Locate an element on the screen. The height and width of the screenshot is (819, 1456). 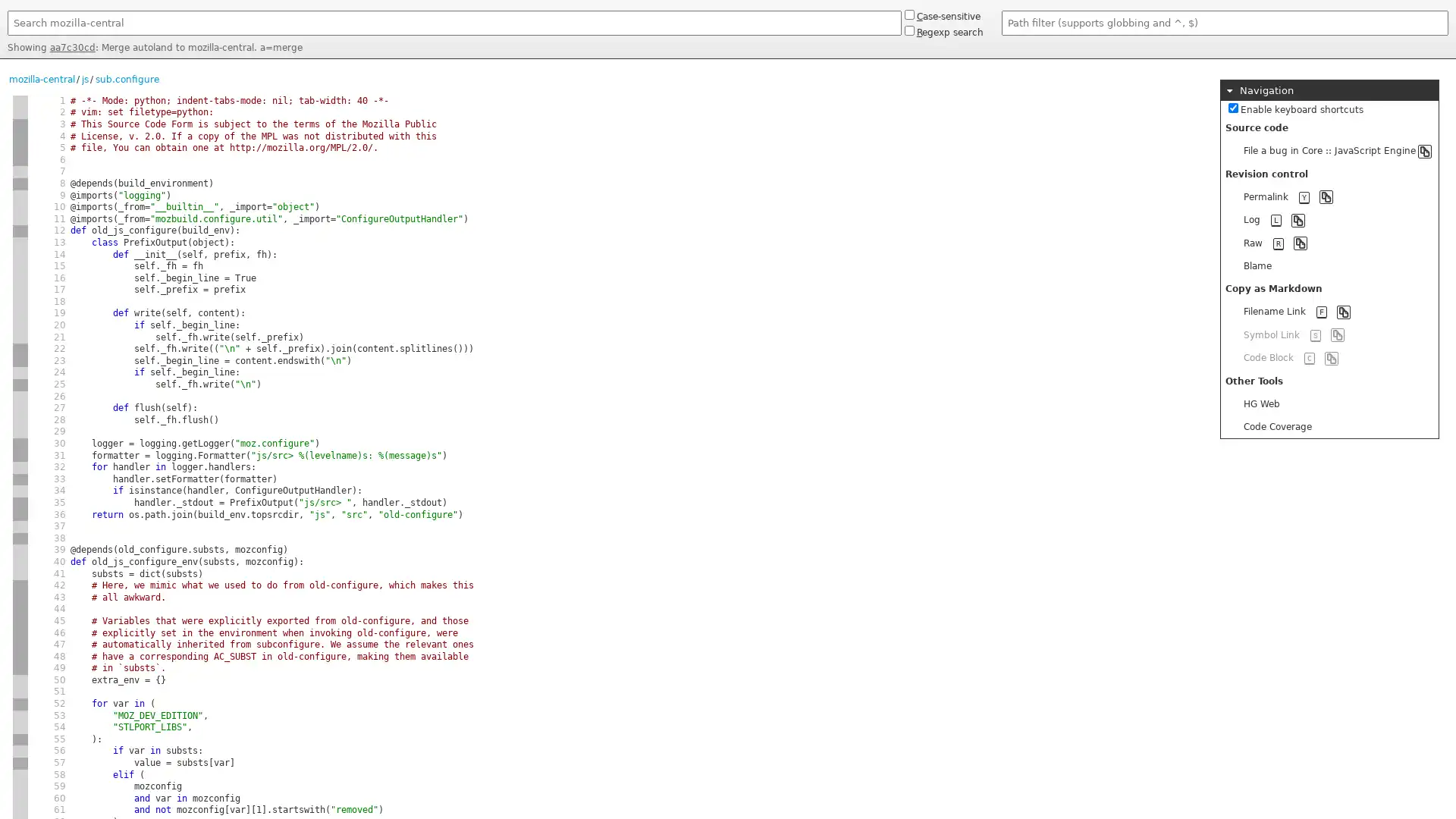
new hash 6 is located at coordinates (20, 396).